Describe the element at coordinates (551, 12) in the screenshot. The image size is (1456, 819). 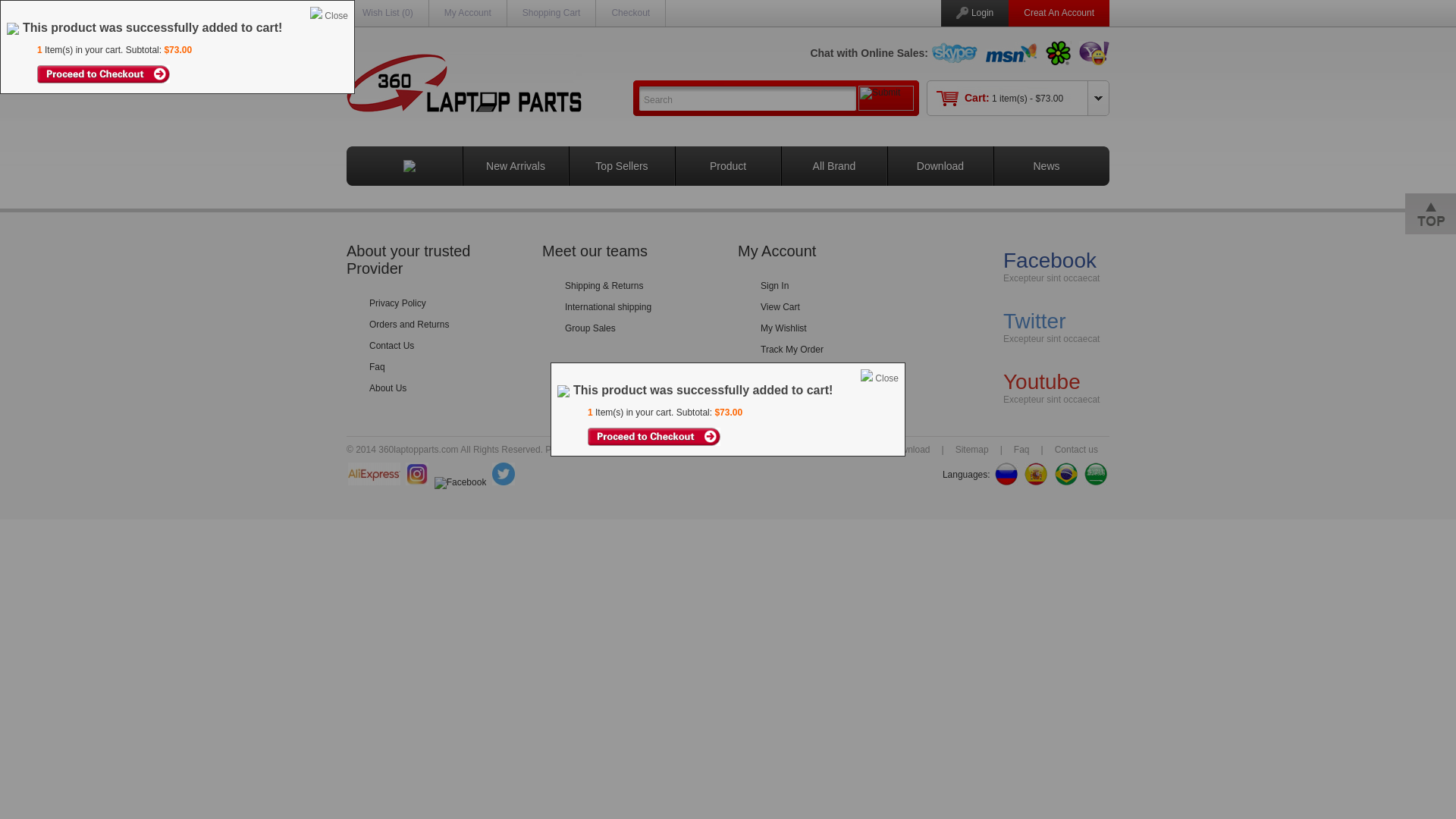
I see `'Shopping Cart'` at that location.